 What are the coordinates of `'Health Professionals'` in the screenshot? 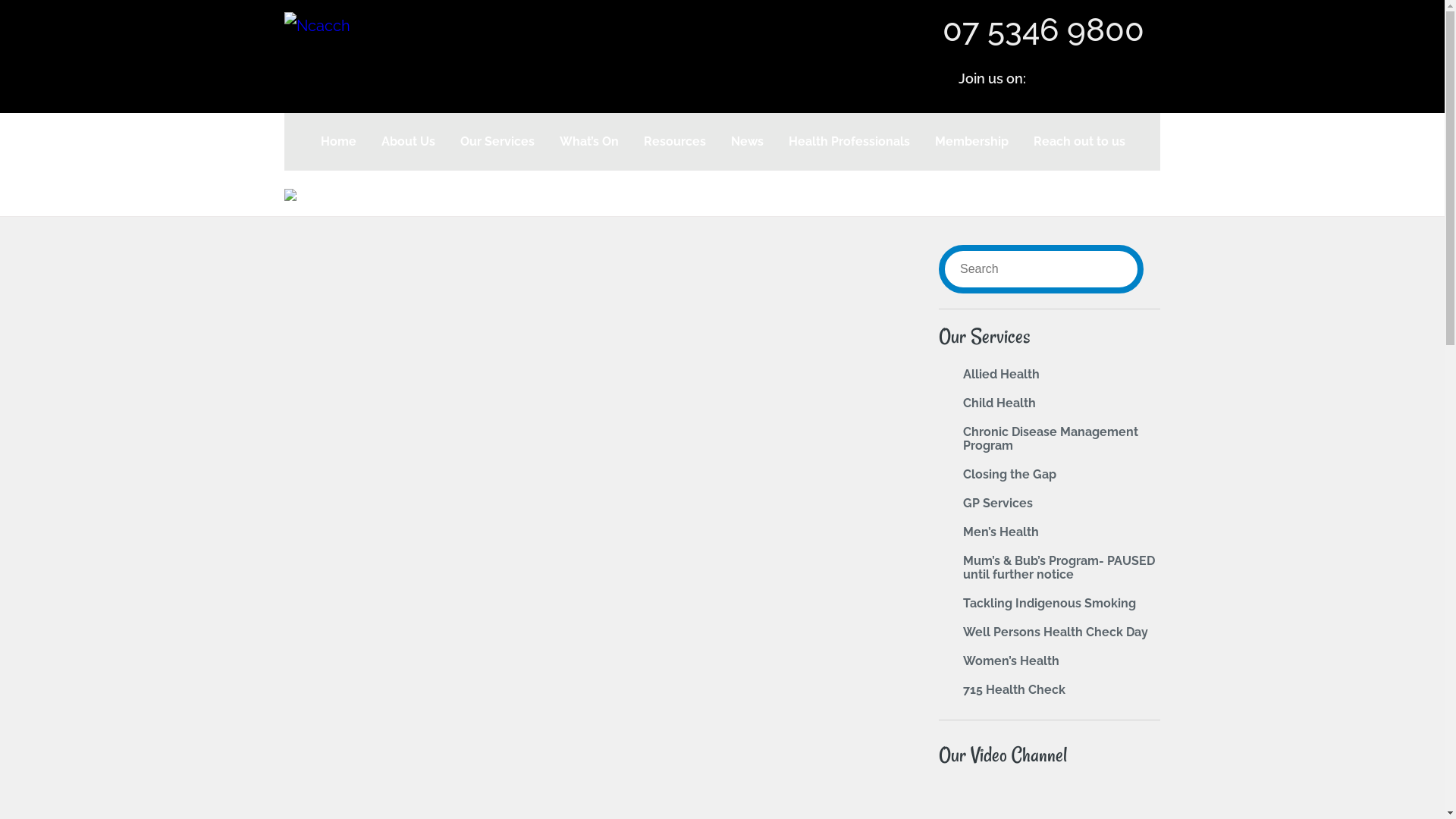 It's located at (847, 141).